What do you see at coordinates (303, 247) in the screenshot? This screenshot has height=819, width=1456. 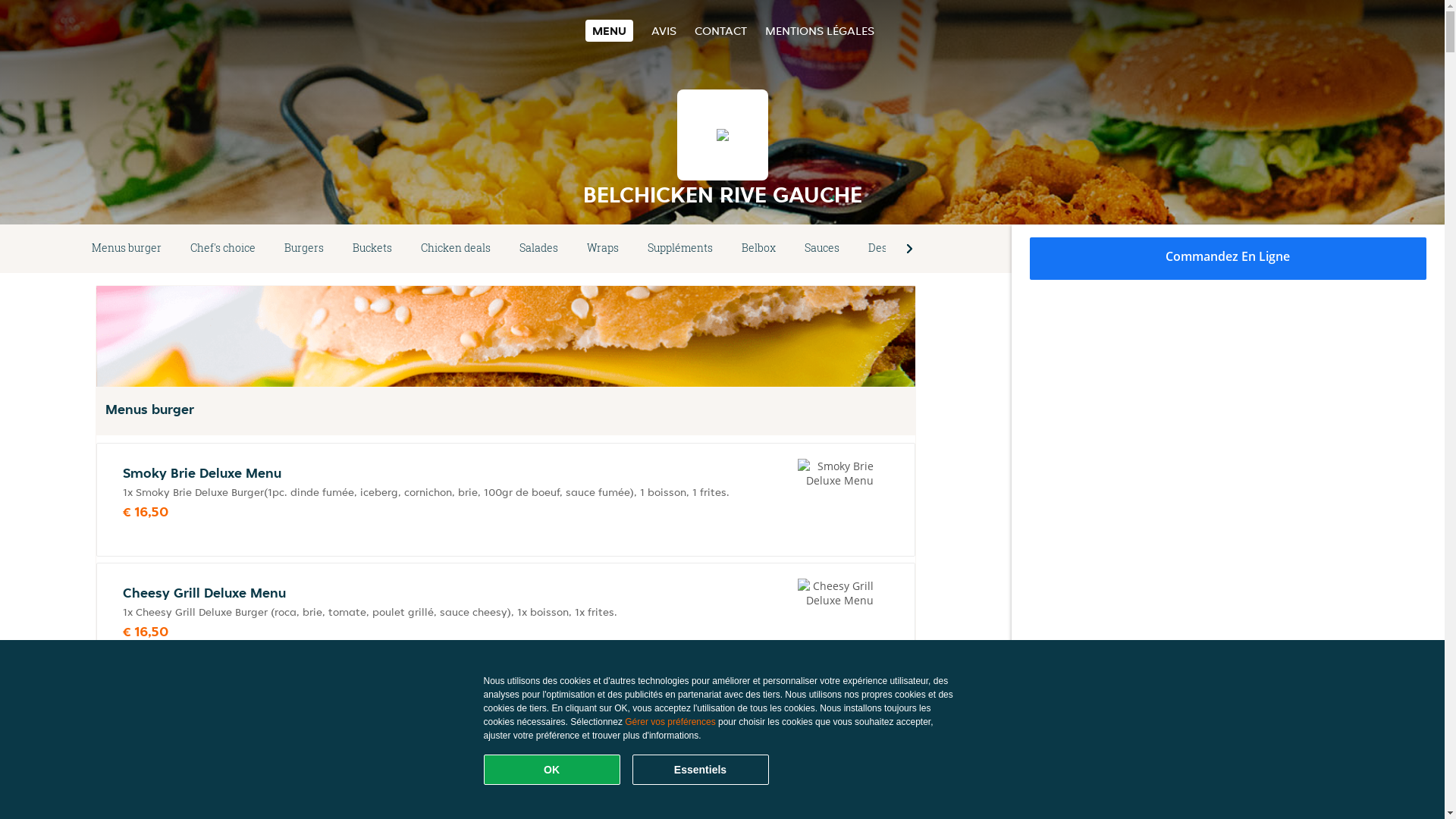 I see `'Burgers'` at bounding box center [303, 247].